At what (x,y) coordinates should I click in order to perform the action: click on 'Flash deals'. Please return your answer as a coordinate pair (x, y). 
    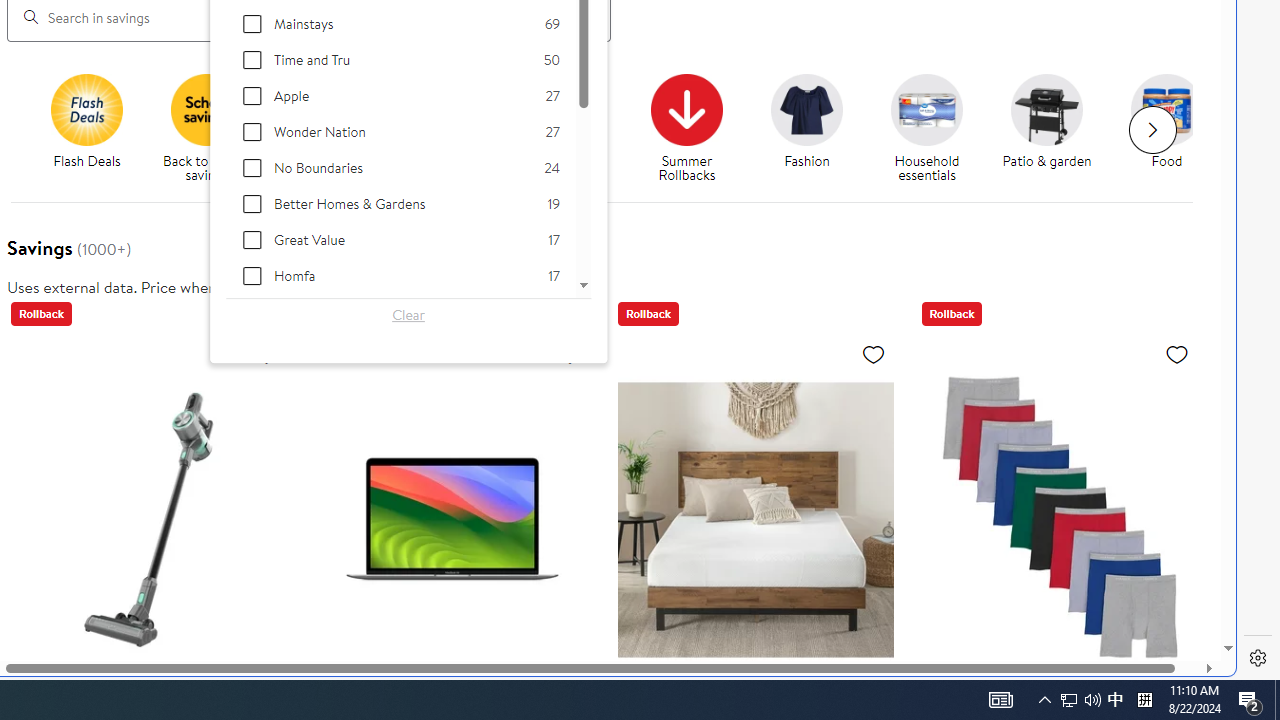
    Looking at the image, I should click on (86, 109).